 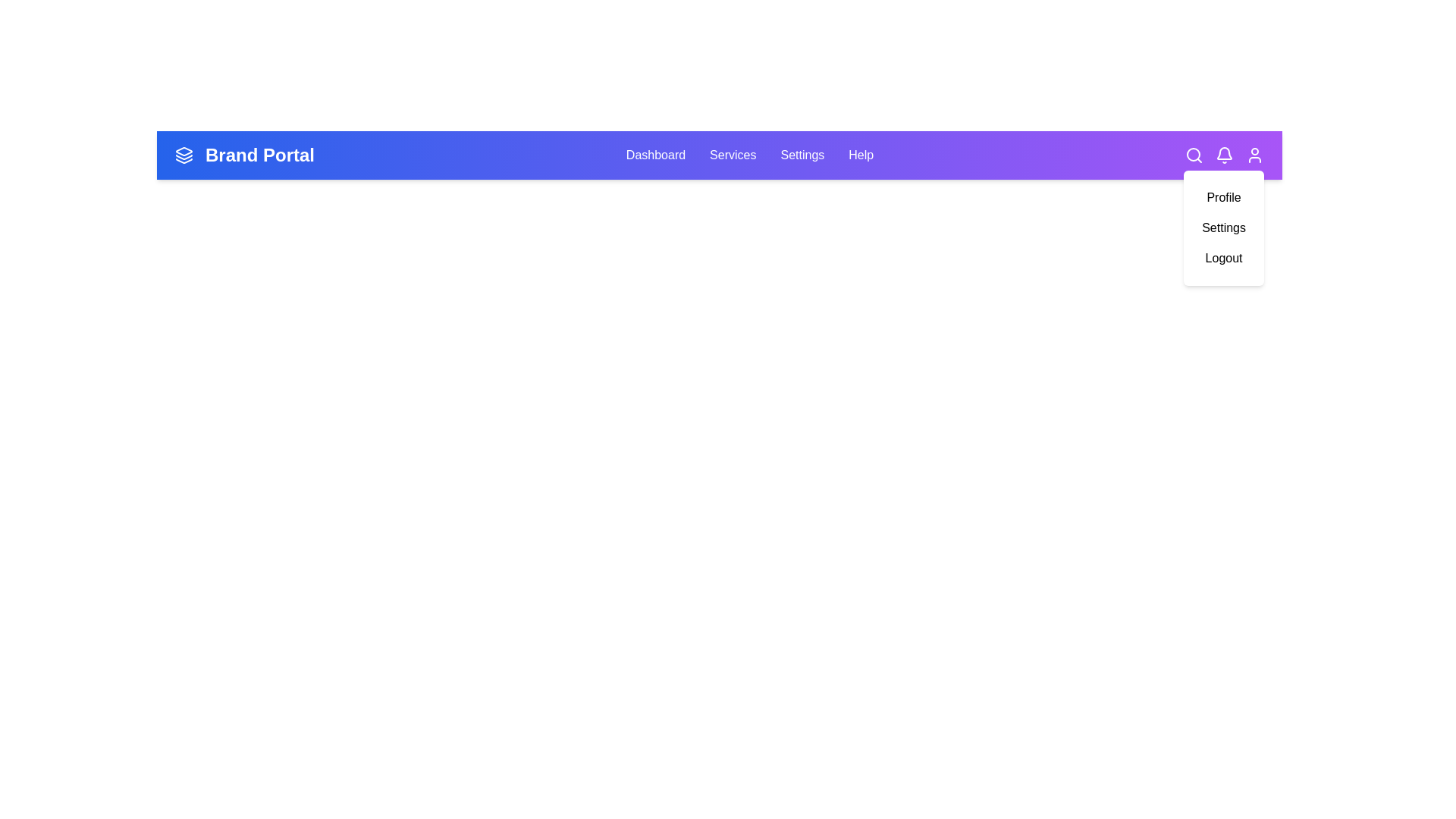 What do you see at coordinates (749, 155) in the screenshot?
I see `the Navigation Menu link located centrally in the navigation bar, which provides access to different sections or pages of the application` at bounding box center [749, 155].